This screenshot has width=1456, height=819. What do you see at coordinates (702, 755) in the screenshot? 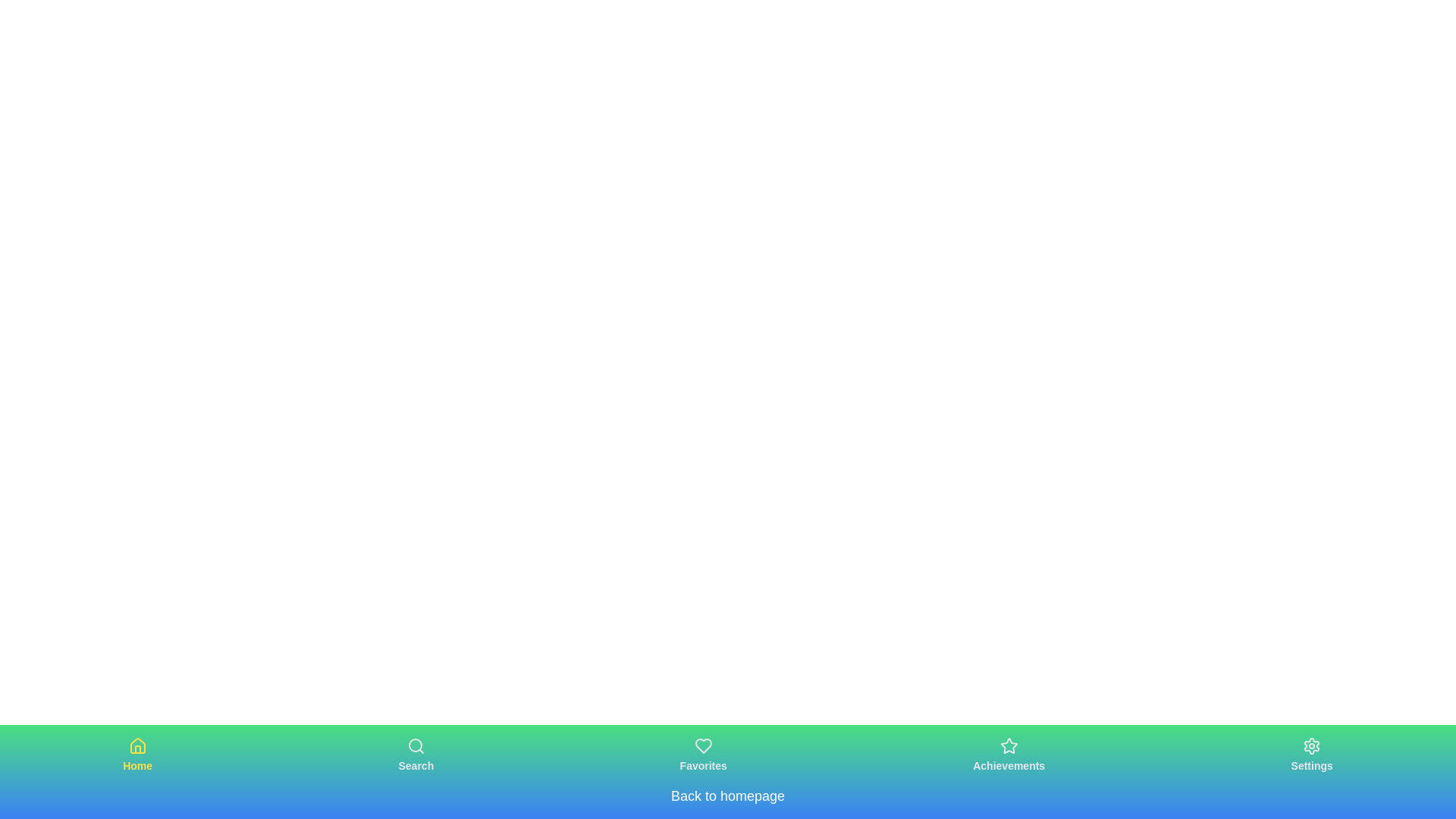
I see `the Favorites navigation button` at bounding box center [702, 755].